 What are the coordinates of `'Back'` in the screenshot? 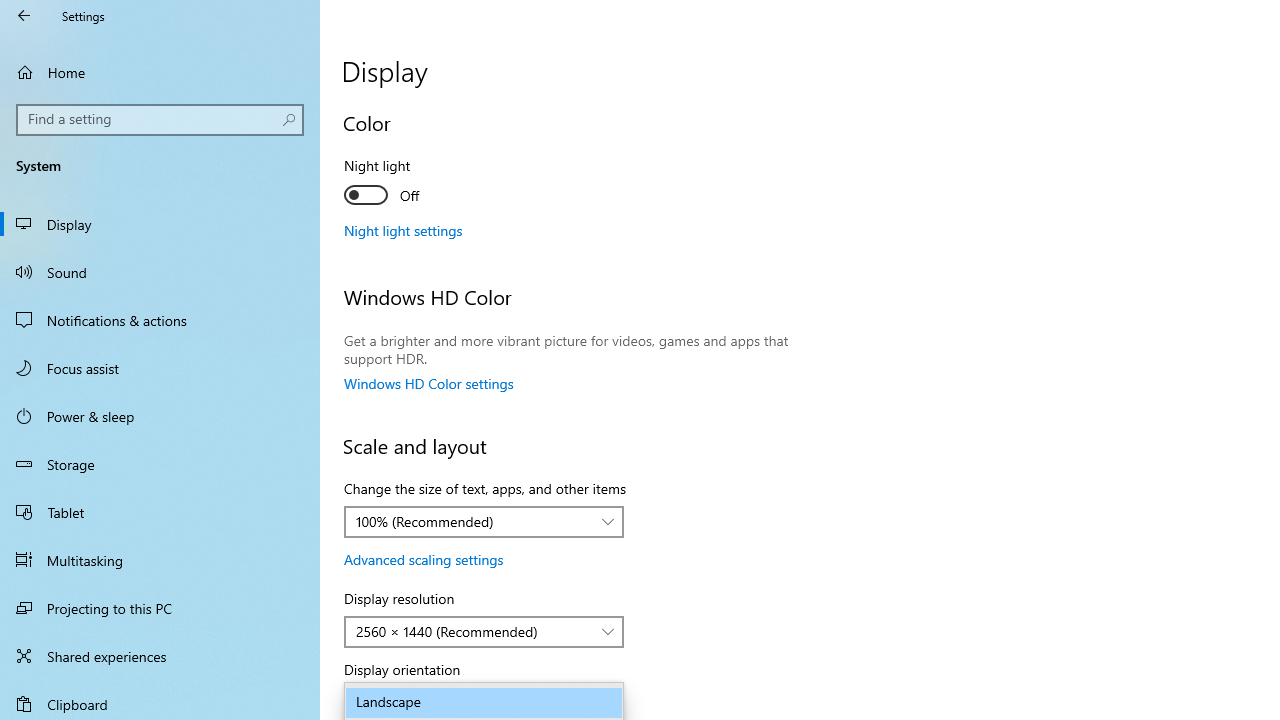 It's located at (24, 15).